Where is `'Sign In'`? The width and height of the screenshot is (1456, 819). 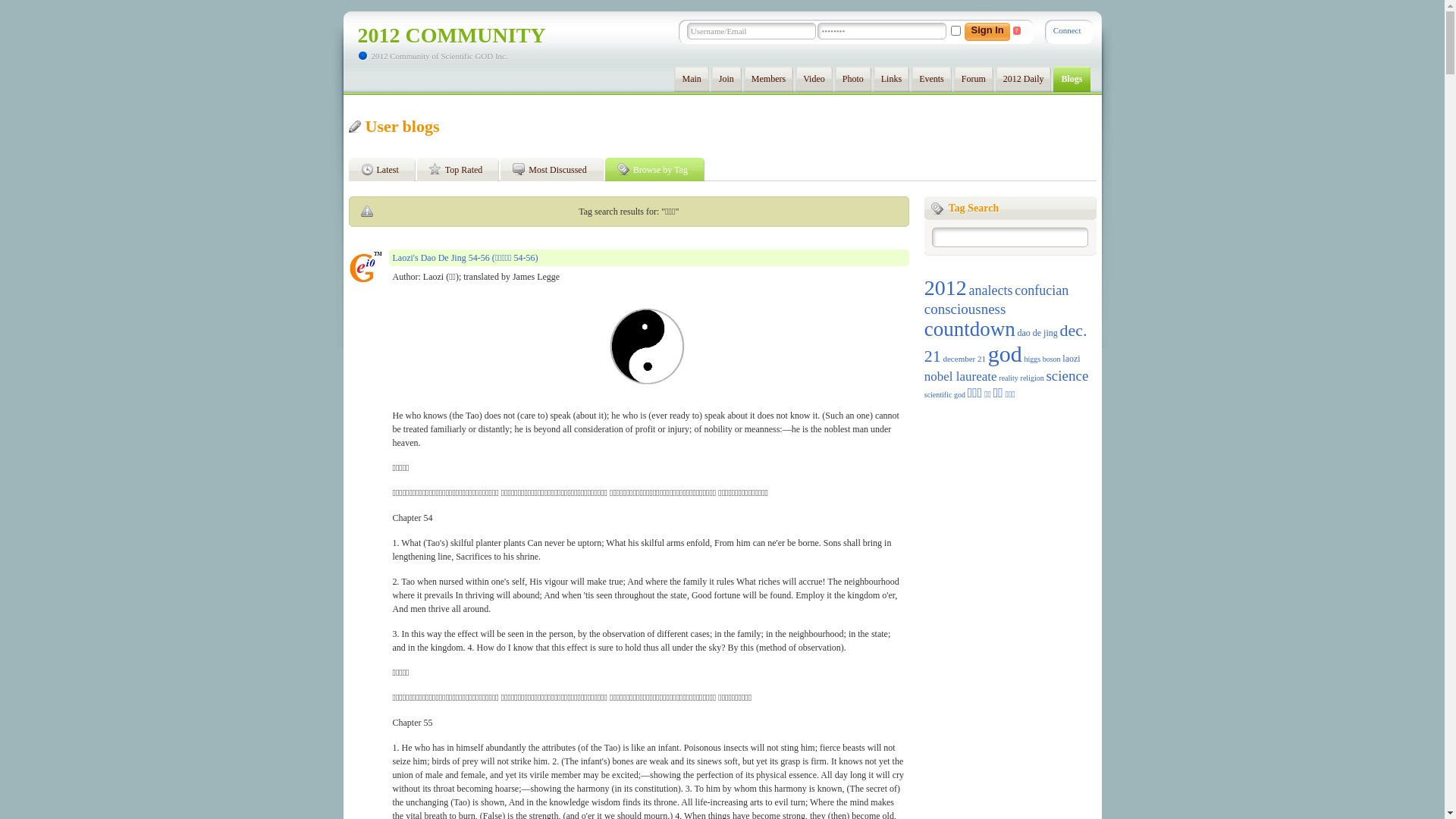 'Sign In' is located at coordinates (984, 32).